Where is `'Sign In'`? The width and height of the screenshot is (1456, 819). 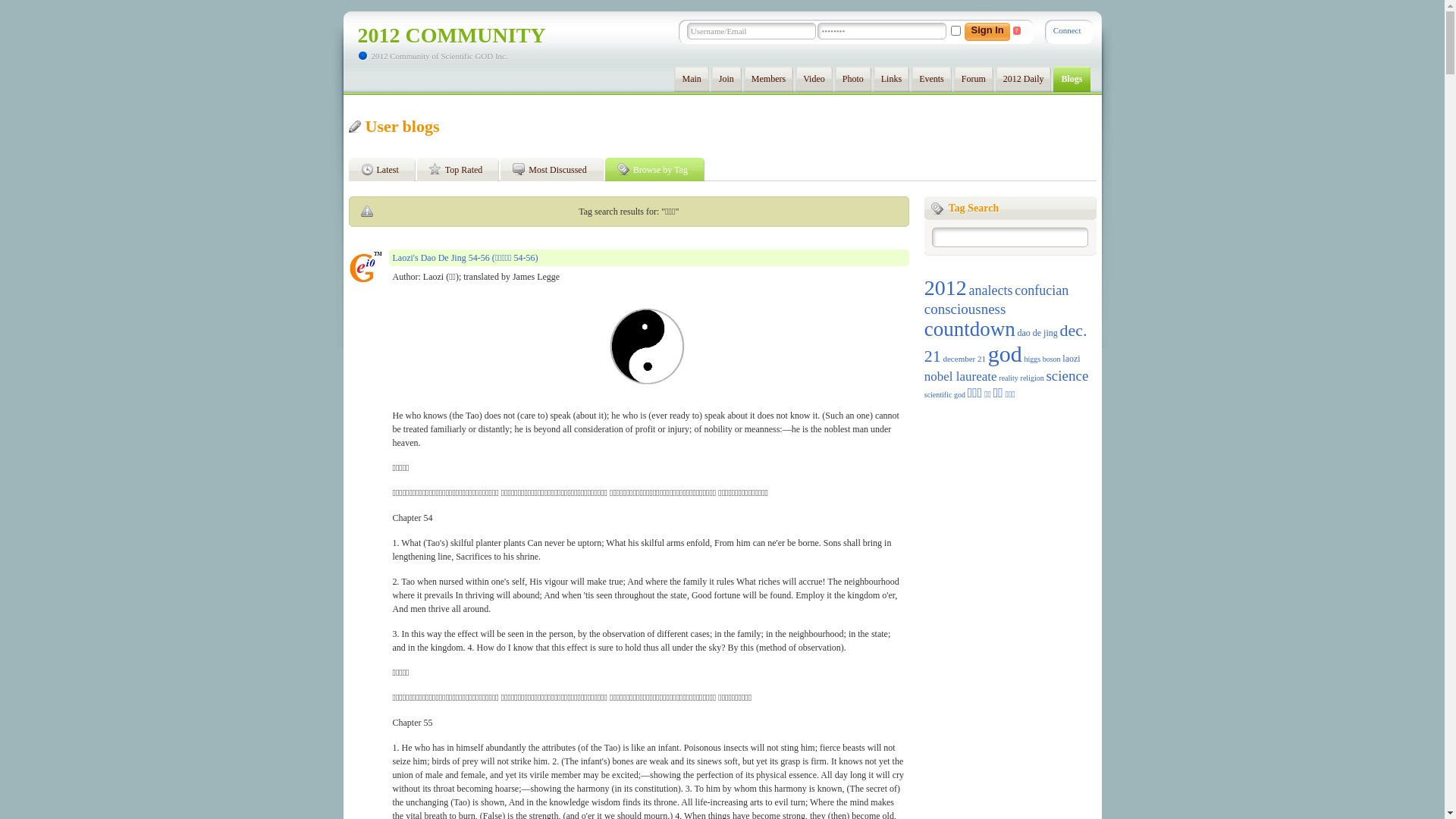 'Sign In' is located at coordinates (984, 32).